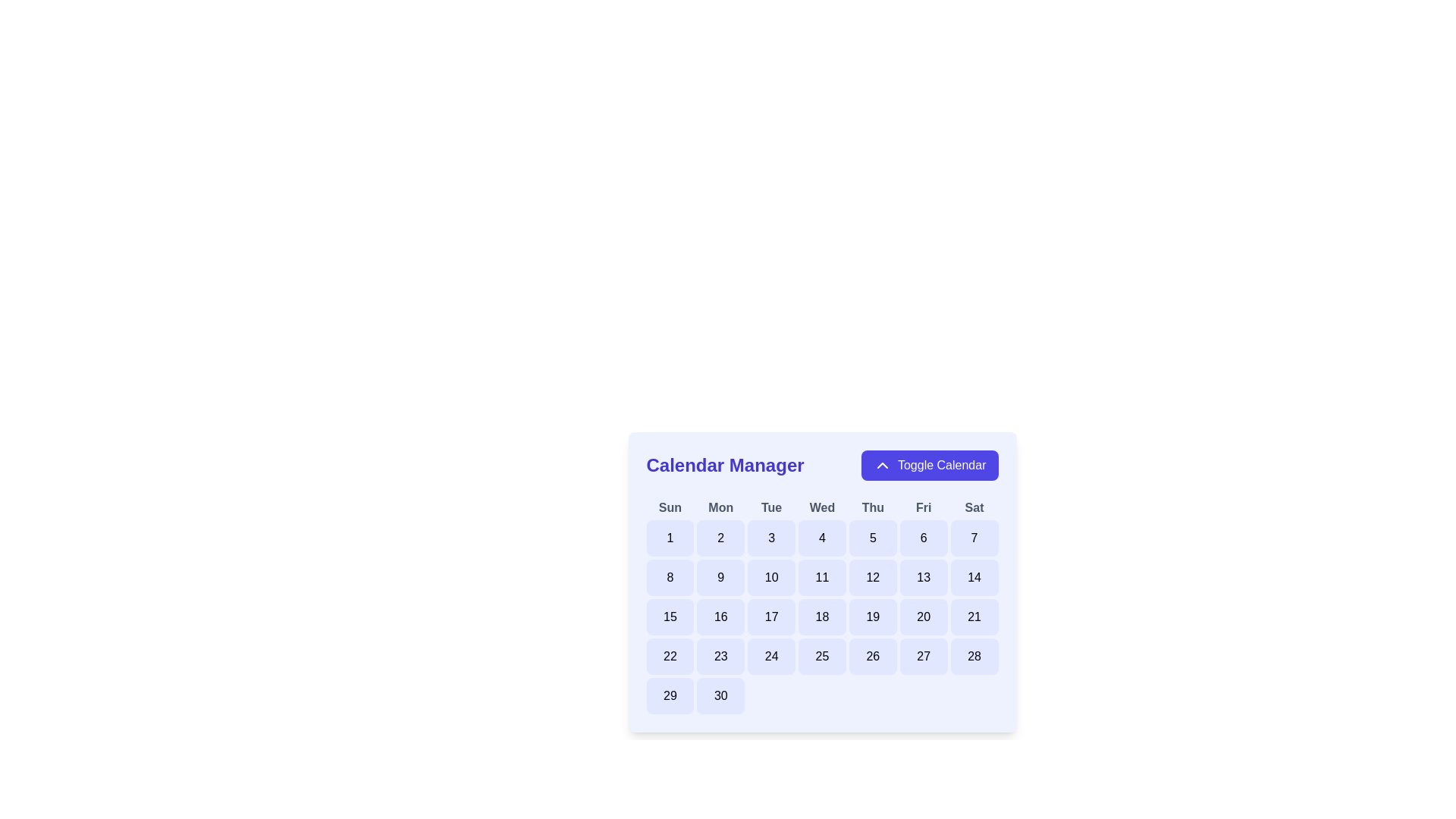 The image size is (1456, 819). I want to click on the selectable date button representing the 22nd day in the calendar interface, so click(669, 656).